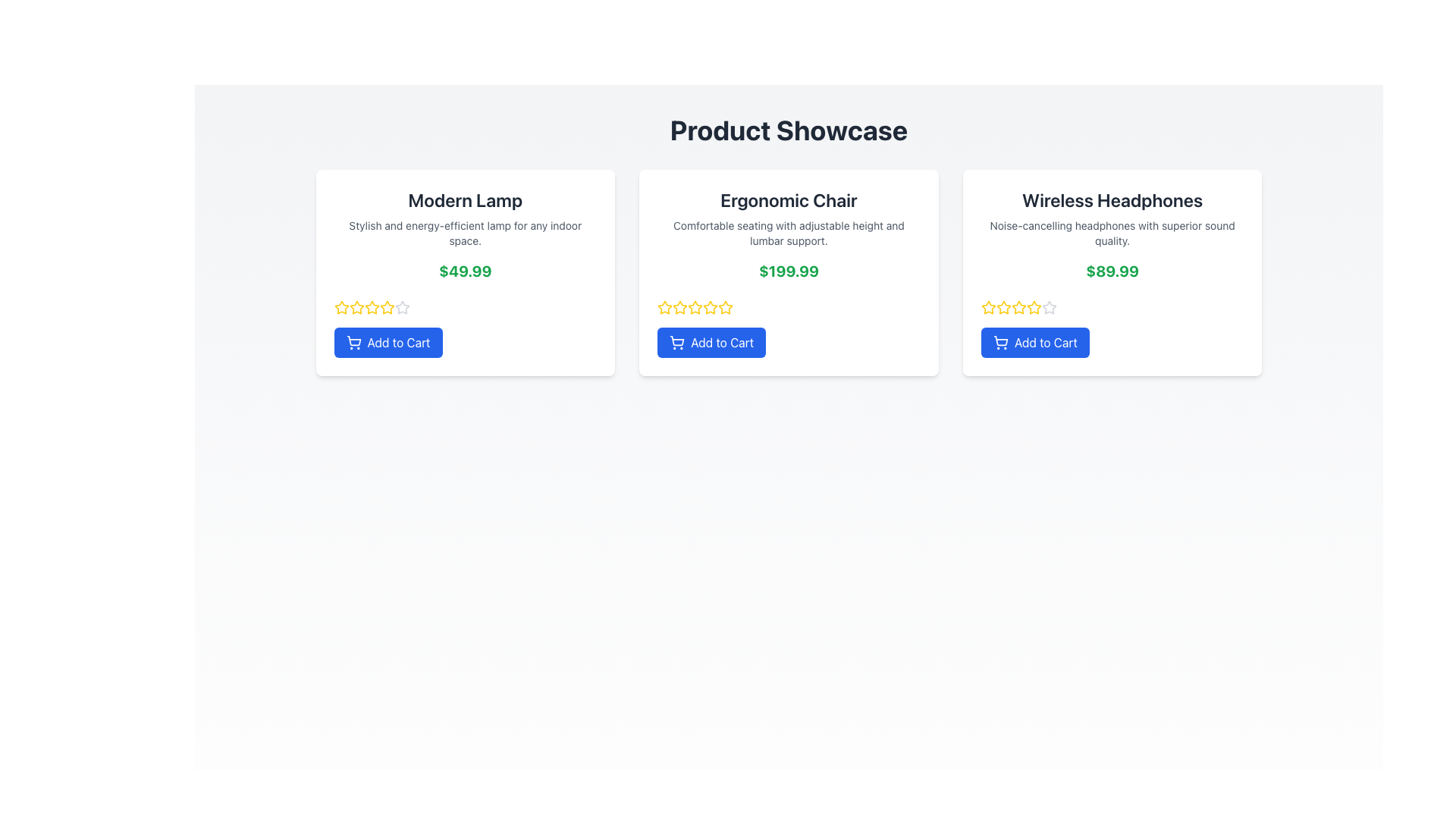  Describe the element at coordinates (665, 307) in the screenshot. I see `the first star icon in the rating row for the 'Modern Lamp', which is a yellow star with a hollow center` at that location.